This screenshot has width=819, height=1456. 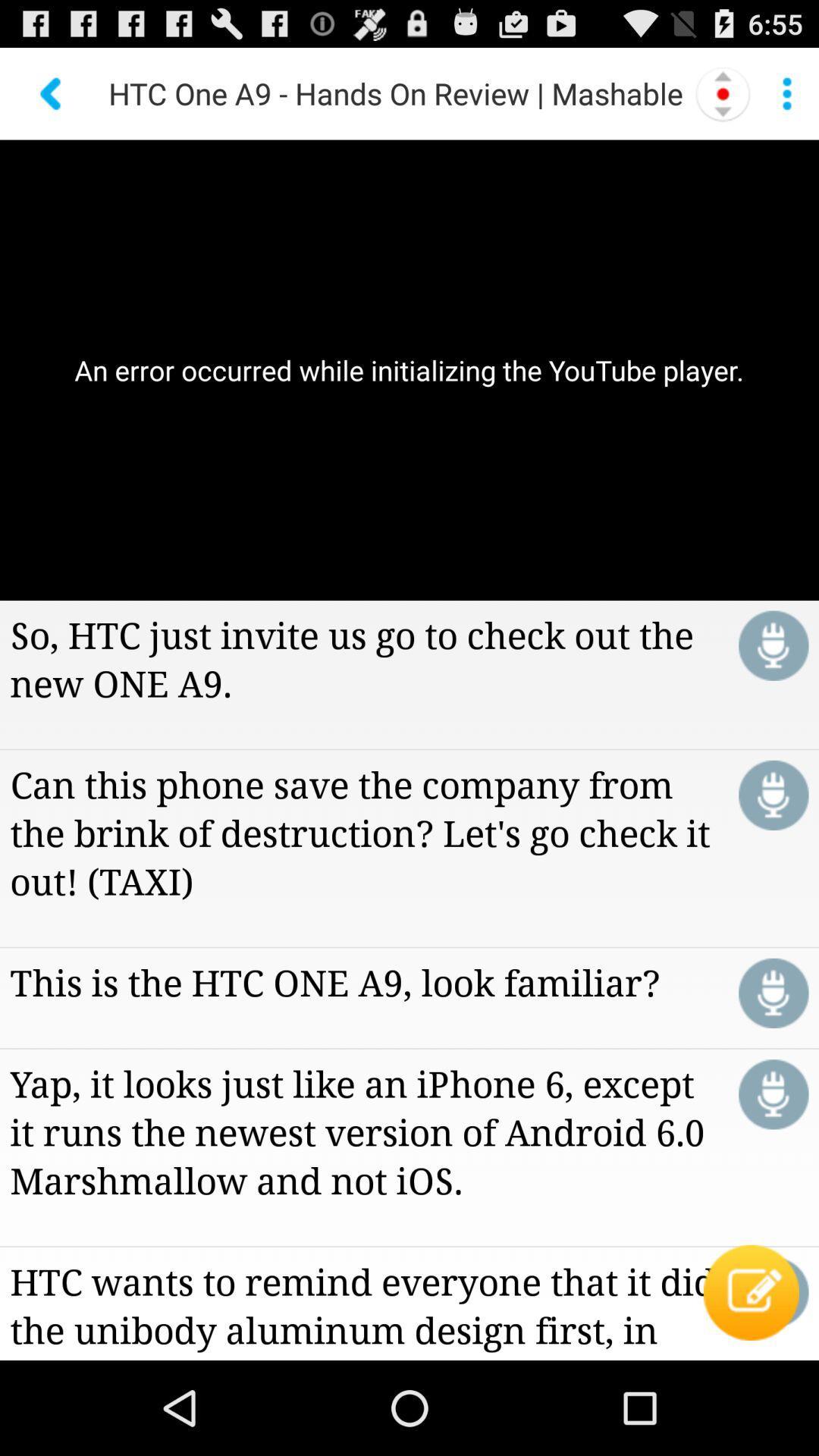 I want to click on can this phone, so click(x=364, y=831).